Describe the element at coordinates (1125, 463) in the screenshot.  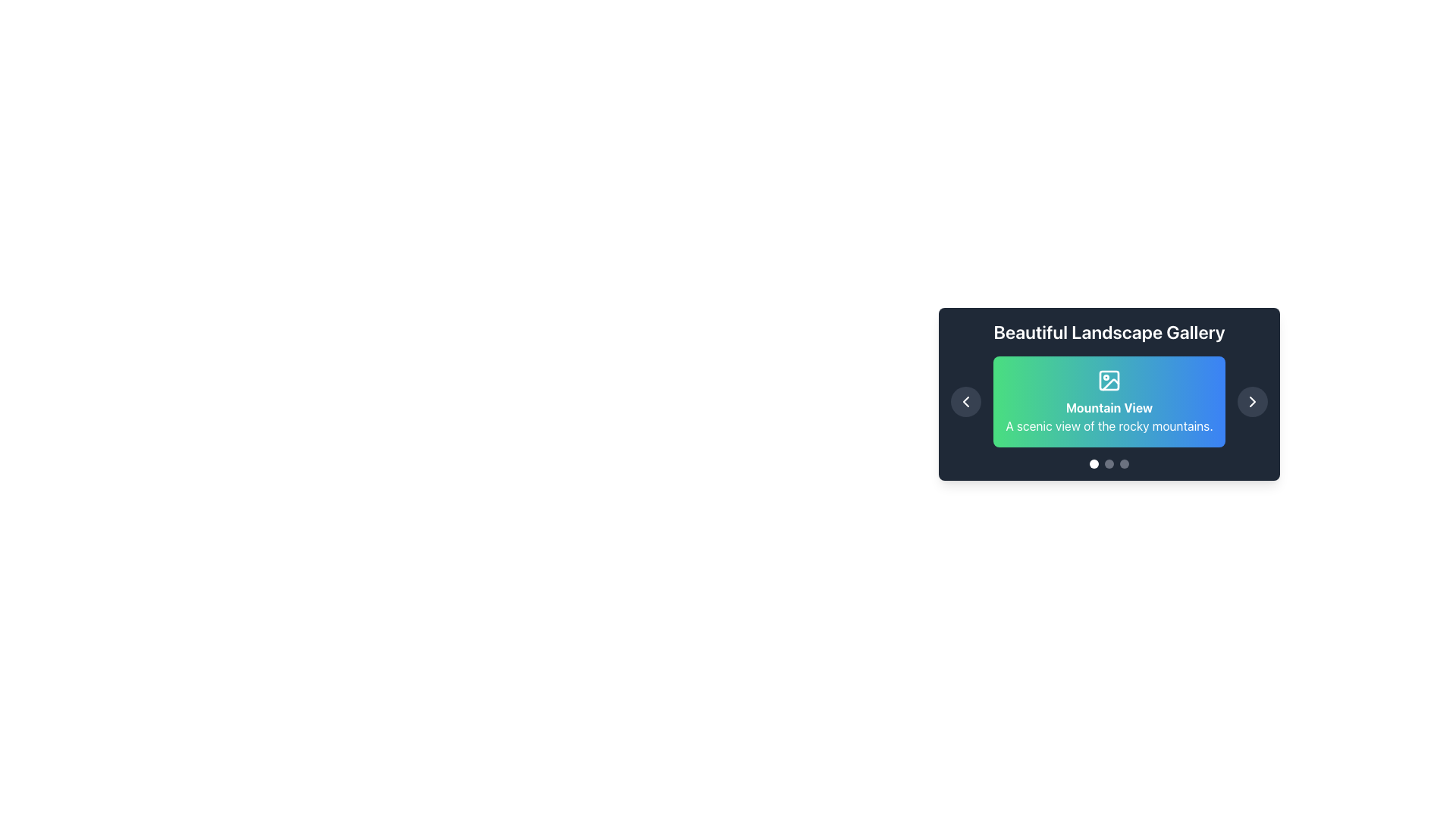
I see `the third navigation dot in the carousel` at that location.